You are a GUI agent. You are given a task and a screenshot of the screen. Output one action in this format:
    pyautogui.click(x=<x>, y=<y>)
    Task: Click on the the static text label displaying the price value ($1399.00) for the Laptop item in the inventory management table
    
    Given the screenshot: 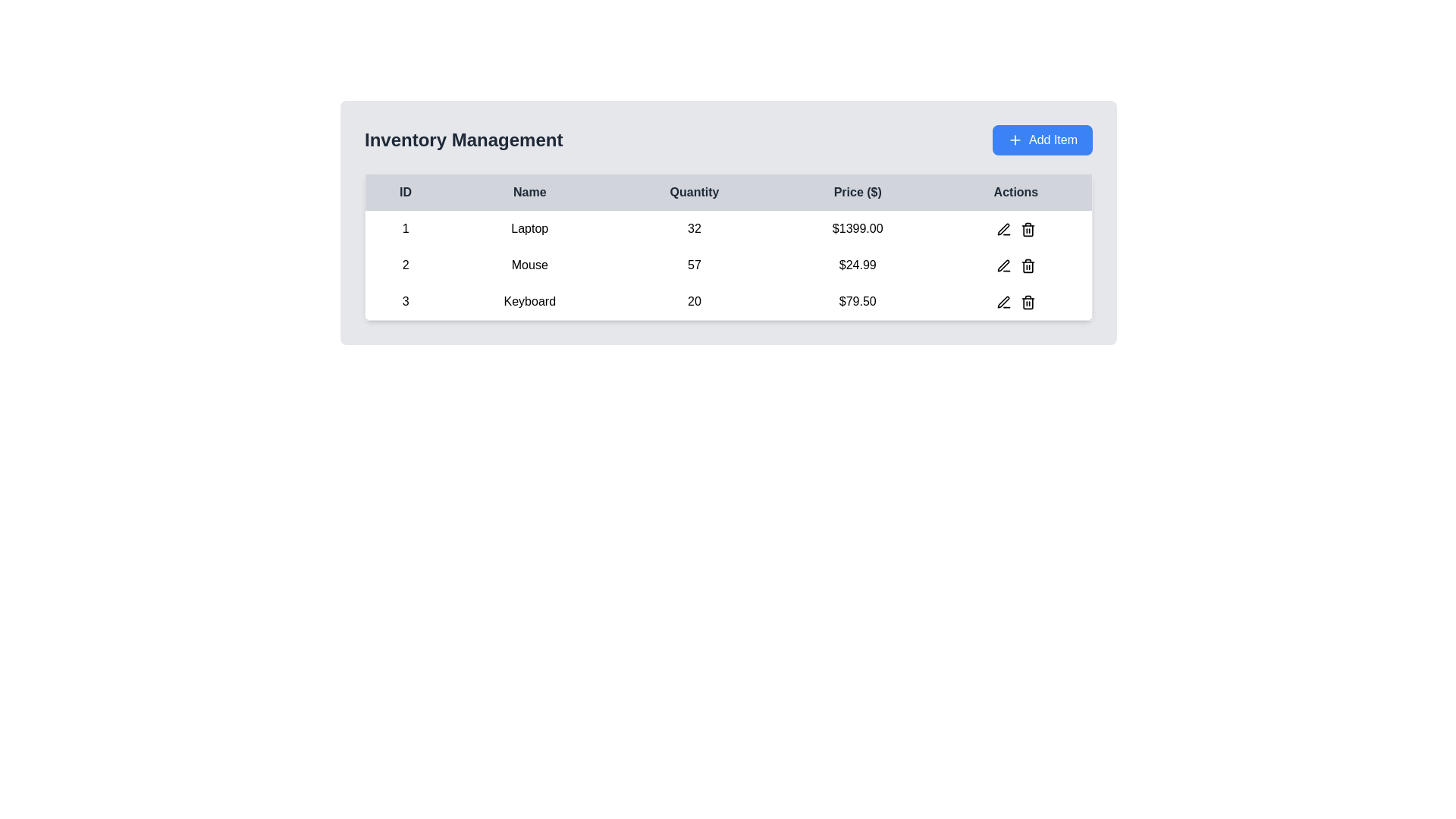 What is the action you would take?
    pyautogui.click(x=858, y=228)
    